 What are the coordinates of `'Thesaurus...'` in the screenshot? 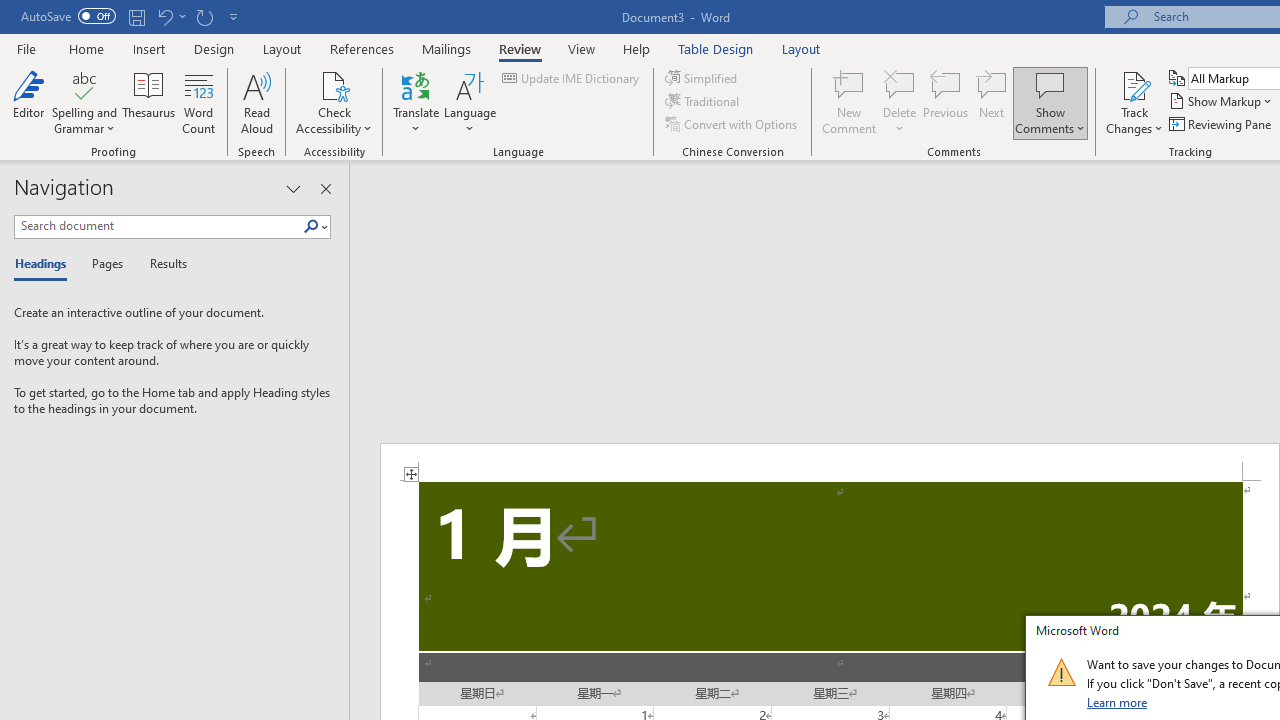 It's located at (148, 103).